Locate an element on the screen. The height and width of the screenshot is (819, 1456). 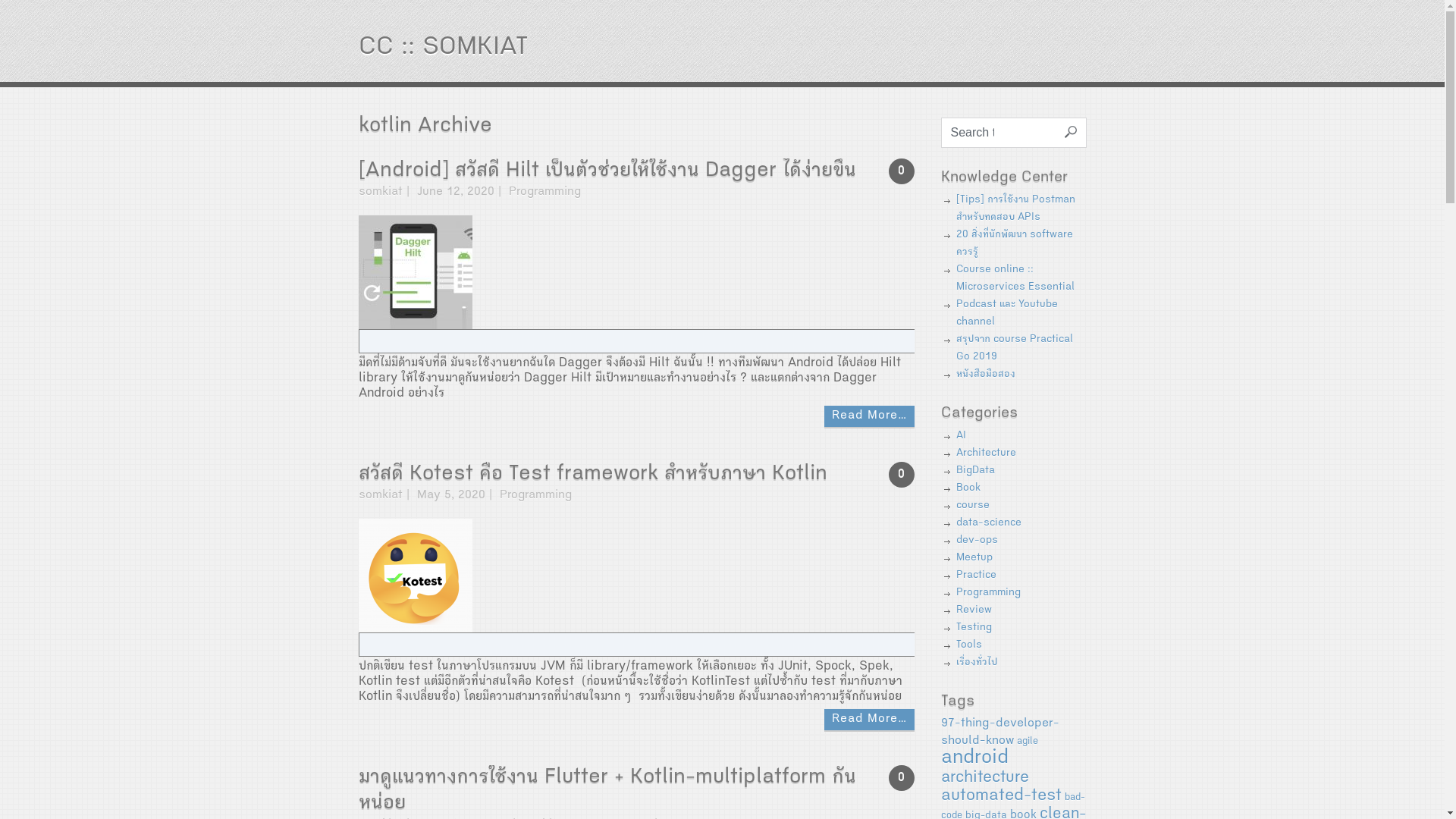
'Testing' is located at coordinates (973, 628).